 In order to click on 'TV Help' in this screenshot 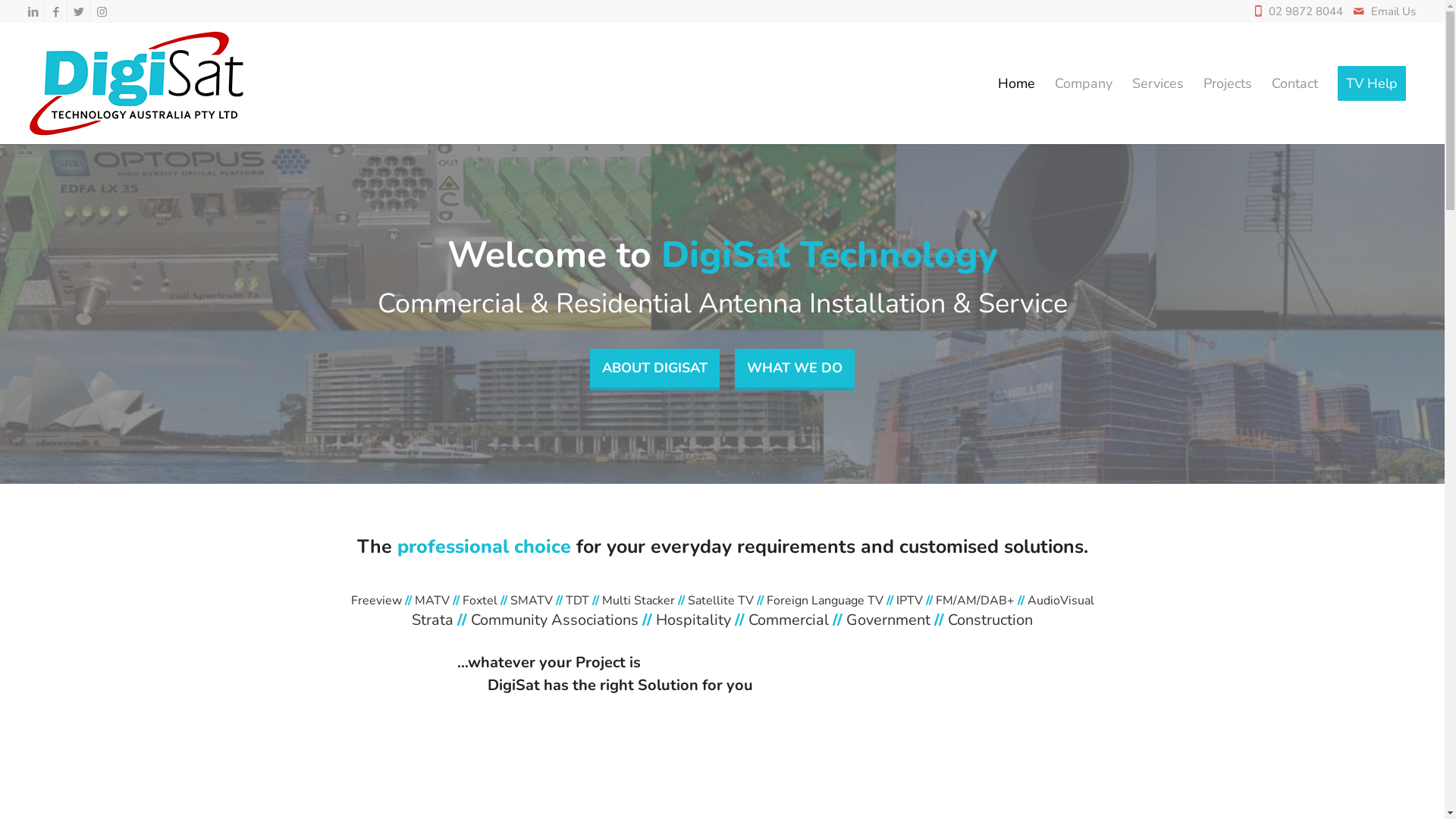, I will do `click(1372, 83)`.